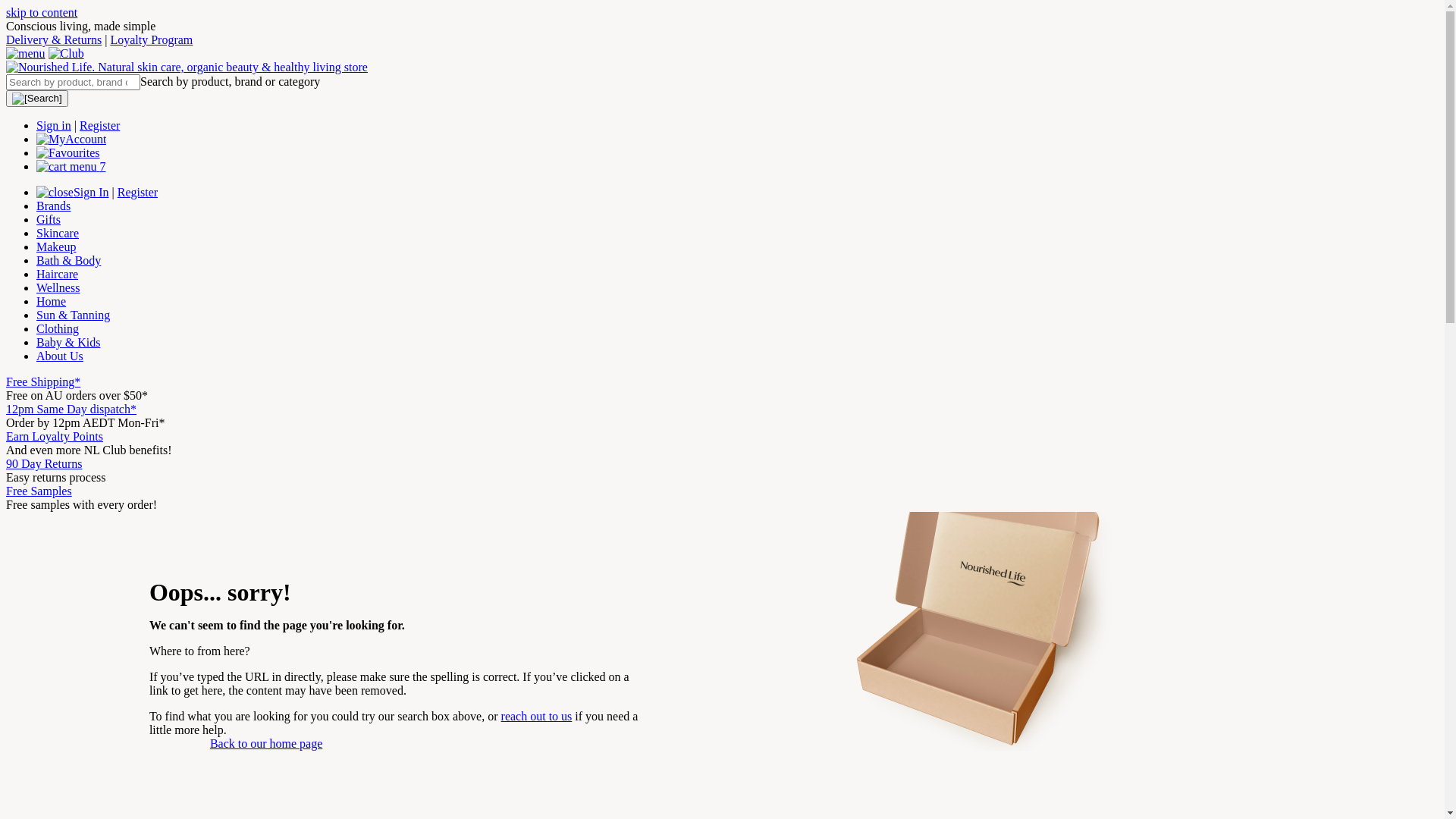 This screenshot has width=1456, height=819. Describe the element at coordinates (6, 381) in the screenshot. I see `'Free Shipping*'` at that location.